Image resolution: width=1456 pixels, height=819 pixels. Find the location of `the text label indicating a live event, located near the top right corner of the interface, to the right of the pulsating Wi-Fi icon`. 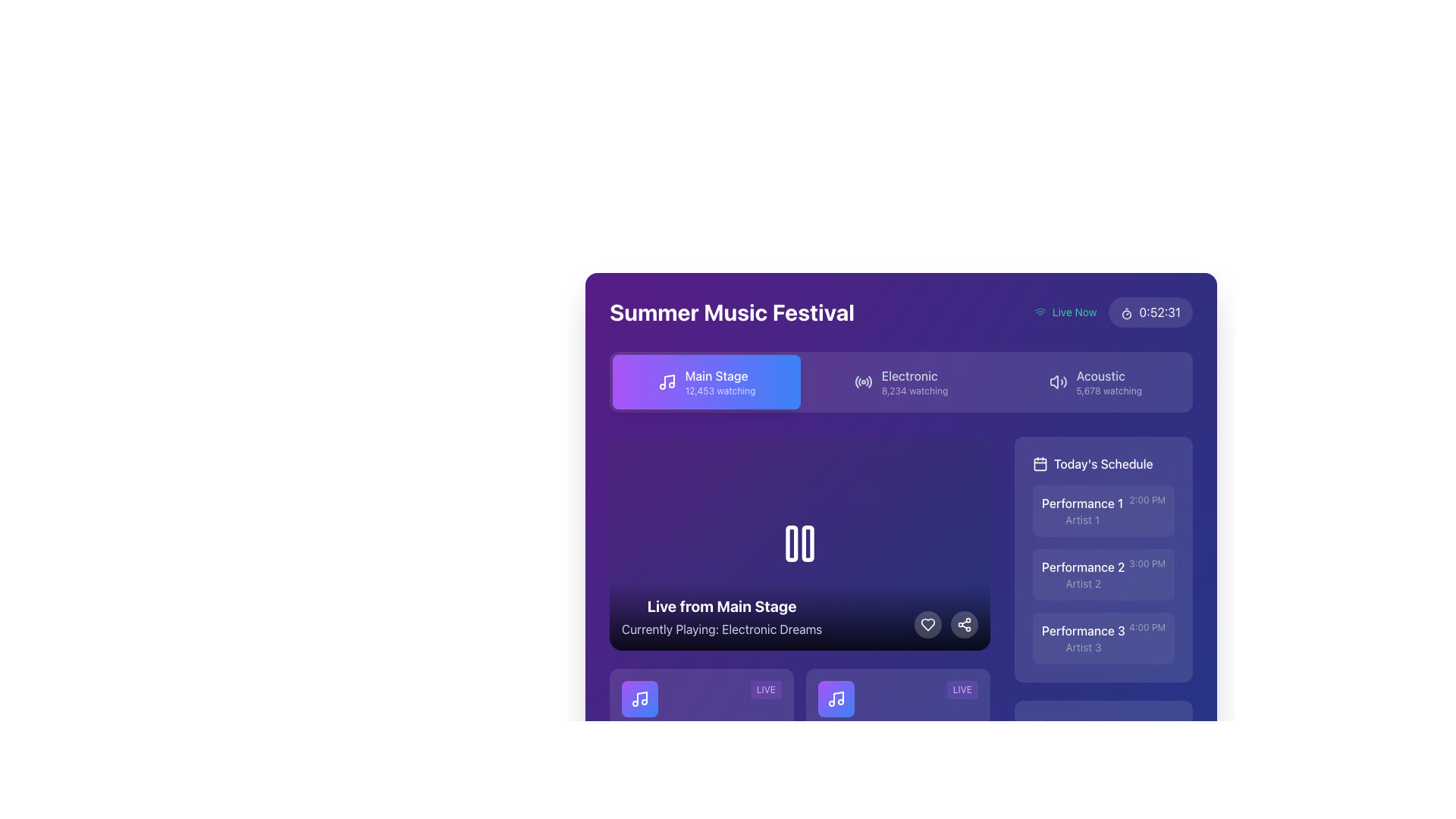

the text label indicating a live event, located near the top right corner of the interface, to the right of the pulsating Wi-Fi icon is located at coordinates (1073, 312).